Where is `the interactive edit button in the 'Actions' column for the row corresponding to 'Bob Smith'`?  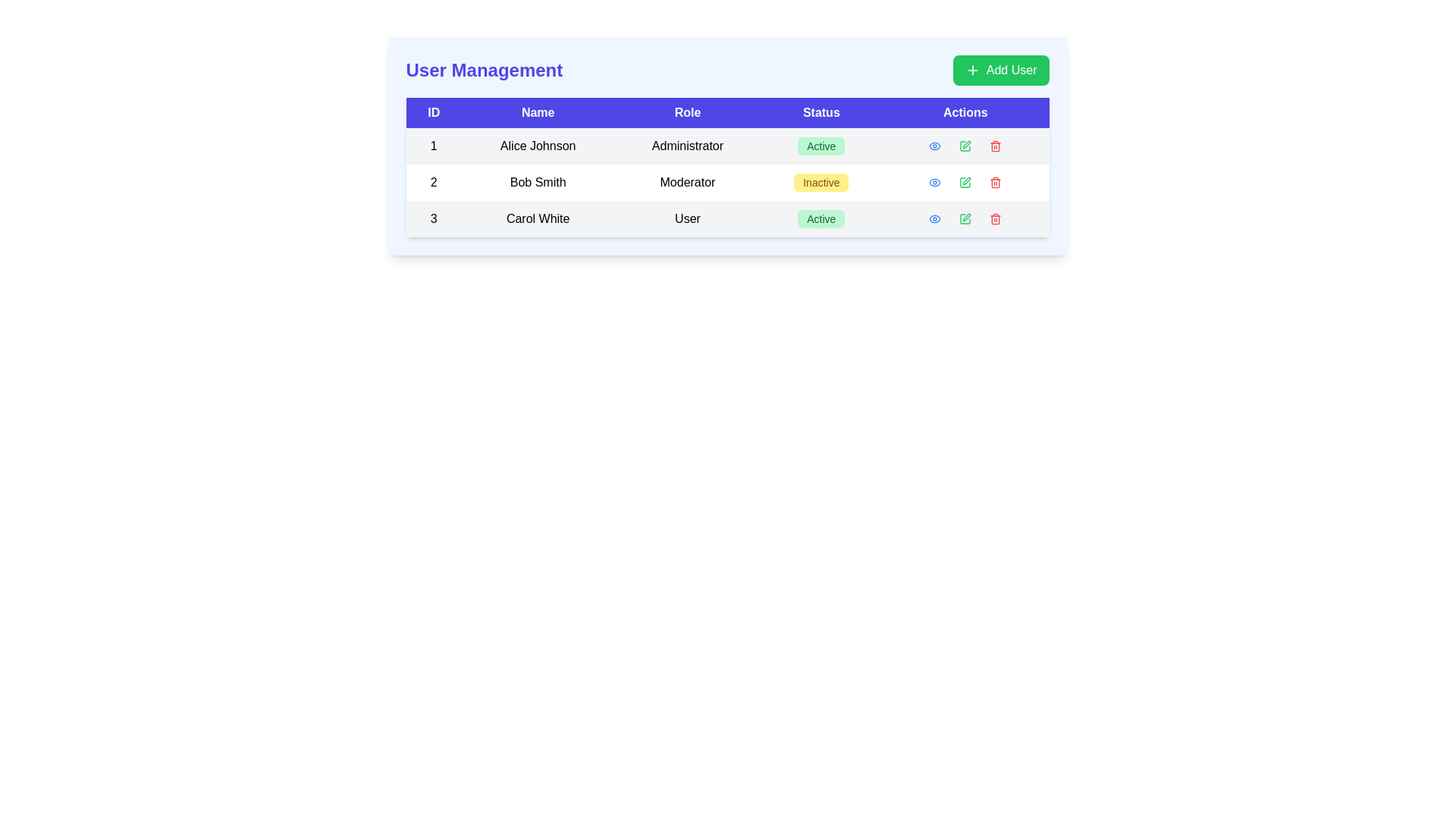
the interactive edit button in the 'Actions' column for the row corresponding to 'Bob Smith' is located at coordinates (965, 181).